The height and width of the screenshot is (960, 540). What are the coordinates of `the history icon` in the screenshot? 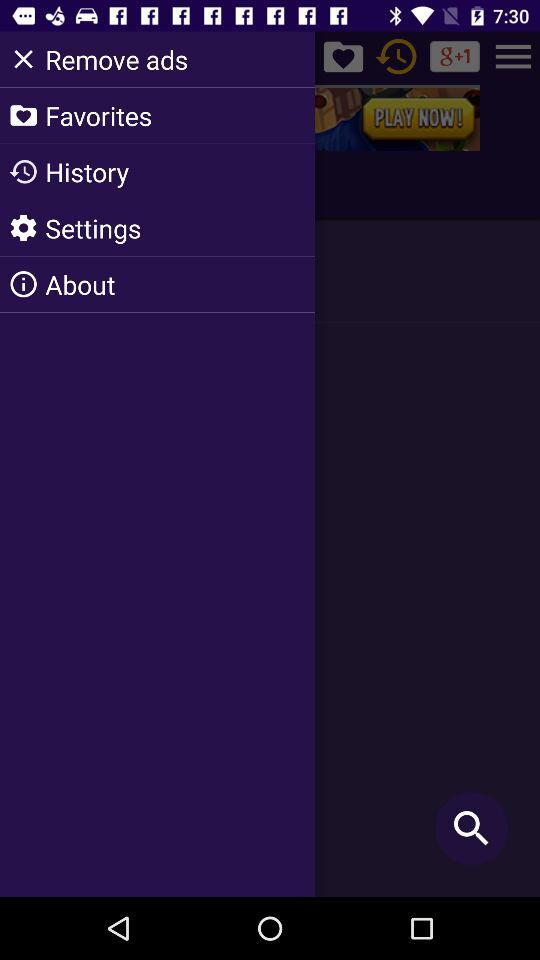 It's located at (28, 185).